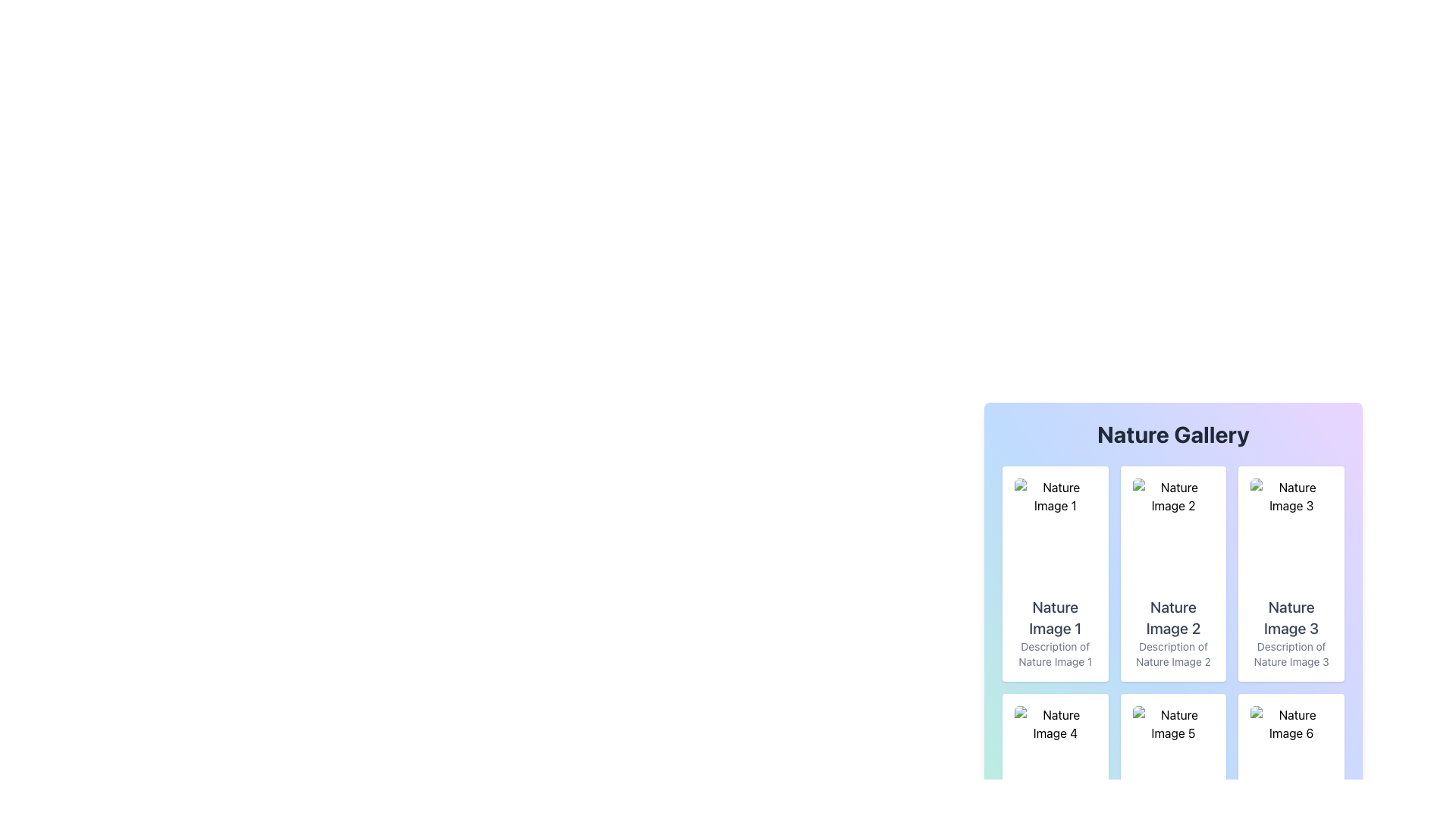  I want to click on the text label that serves as a title or label for the corresponding image above it, positioned centrally in the middle column of the gallery layout, so click(1054, 617).